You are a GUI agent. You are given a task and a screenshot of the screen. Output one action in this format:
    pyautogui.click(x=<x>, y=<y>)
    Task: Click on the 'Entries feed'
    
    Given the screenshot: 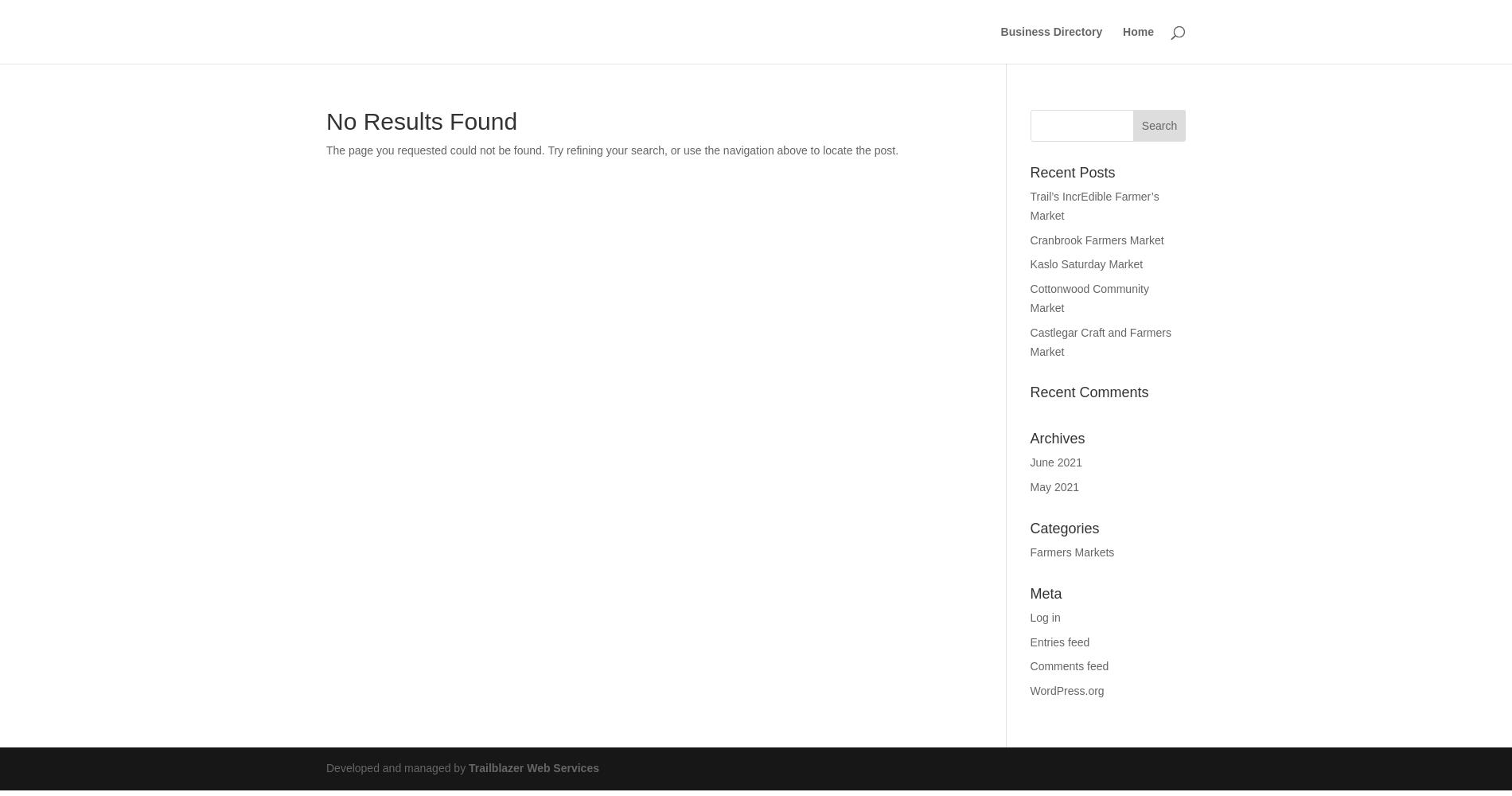 What is the action you would take?
    pyautogui.click(x=1058, y=642)
    